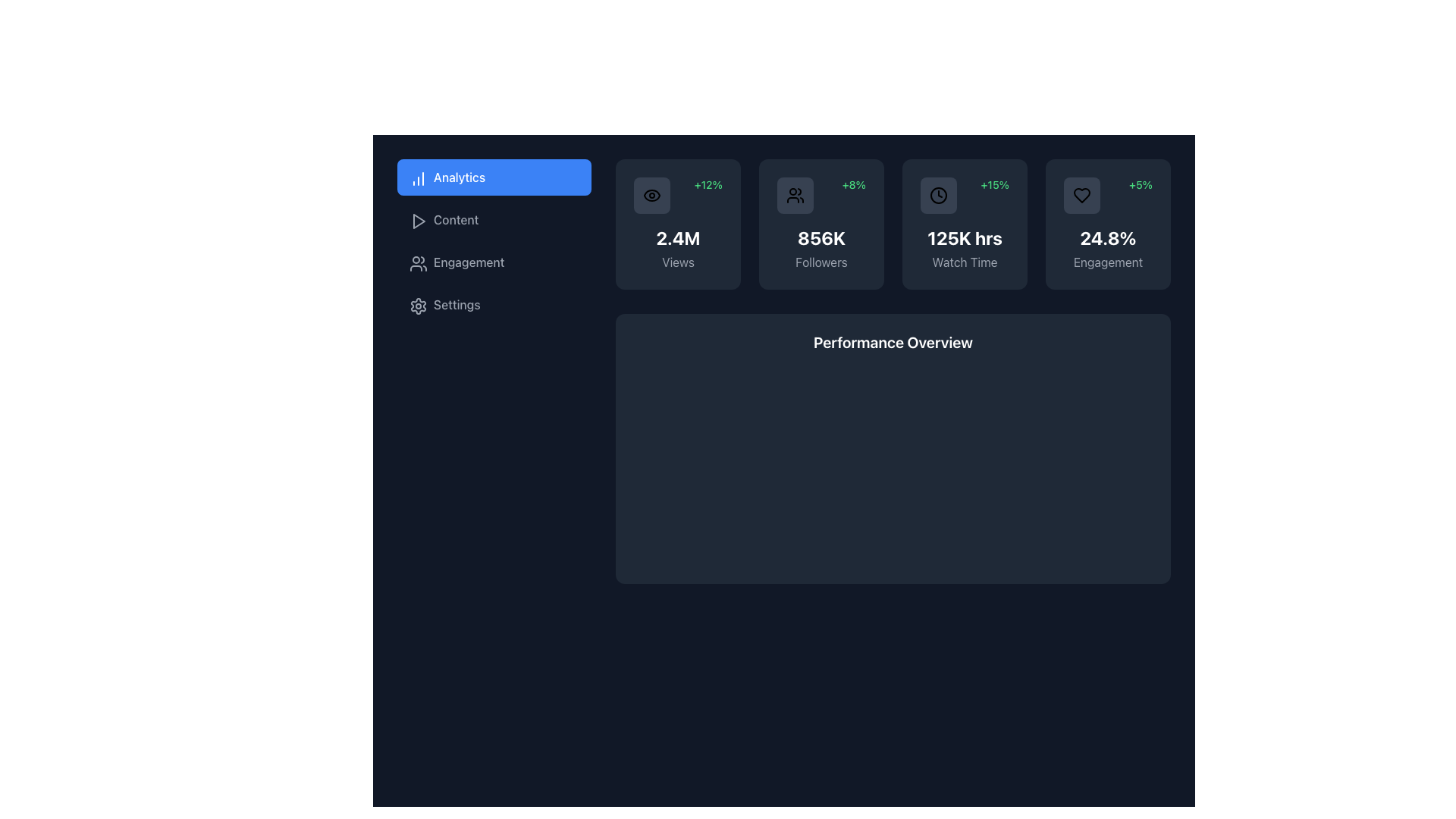  I want to click on the Eye representation icon, which is part of an SVG structure and positioned in the top section of the interface, aligned with text and numerical metrics, so click(651, 195).